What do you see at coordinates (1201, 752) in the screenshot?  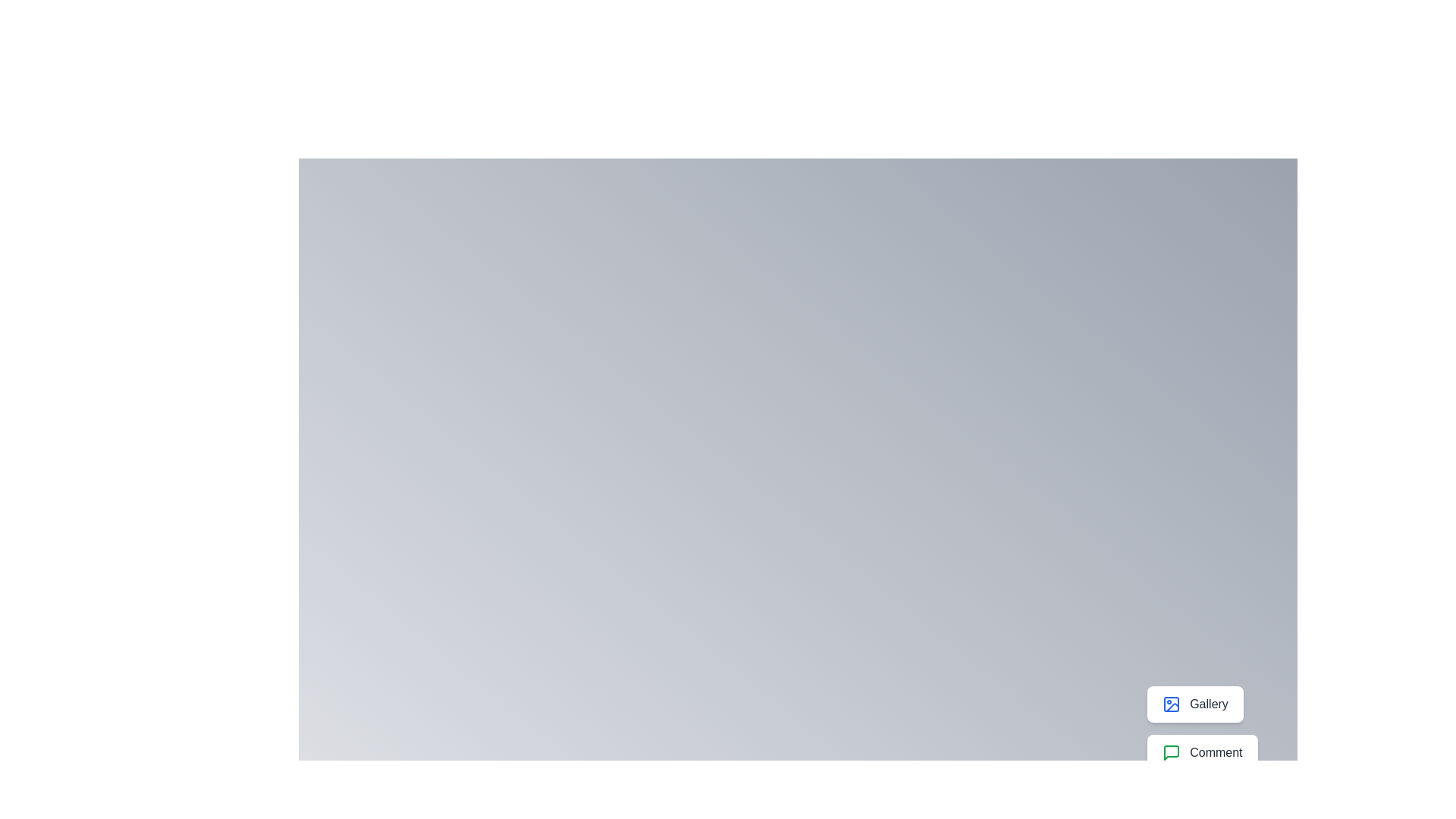 I see `the button labeled Comment` at bounding box center [1201, 752].